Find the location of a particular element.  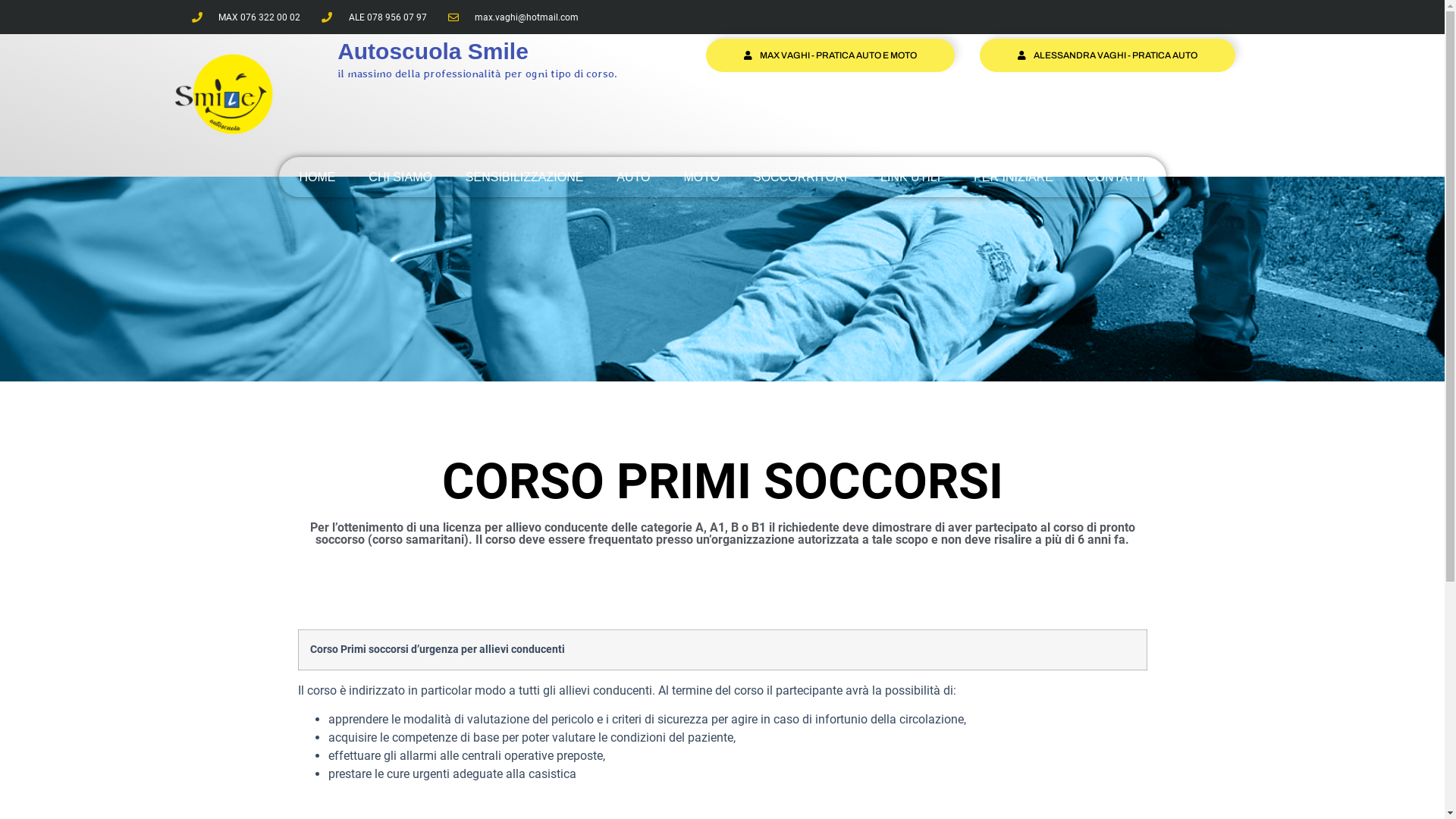

'PER INIZIARE' is located at coordinates (1013, 177).